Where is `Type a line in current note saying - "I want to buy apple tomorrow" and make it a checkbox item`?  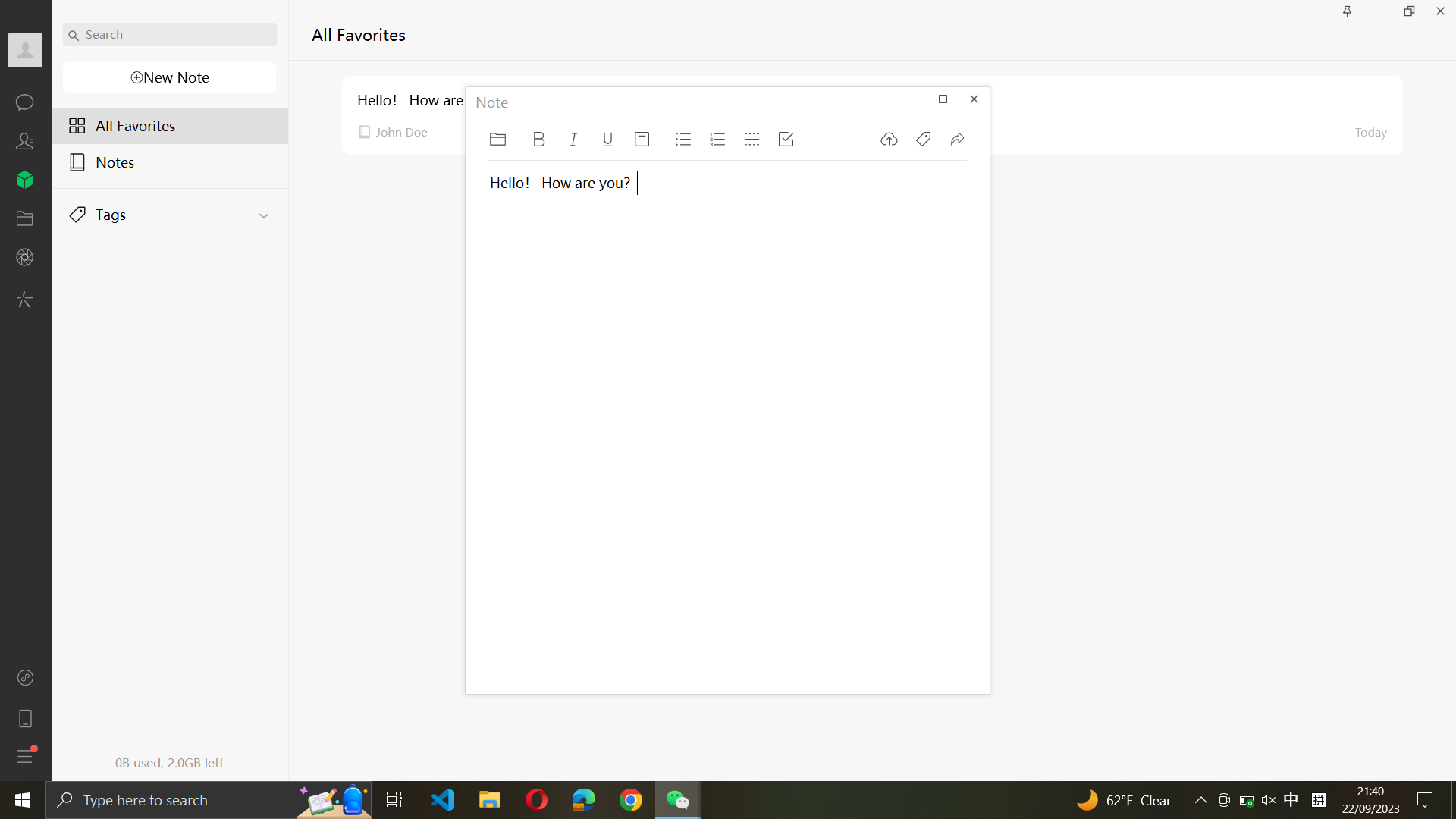
Type a line in current note saying - "I want to buy apple tomorrow" and make it a checkbox item is located at coordinates (551, 444).